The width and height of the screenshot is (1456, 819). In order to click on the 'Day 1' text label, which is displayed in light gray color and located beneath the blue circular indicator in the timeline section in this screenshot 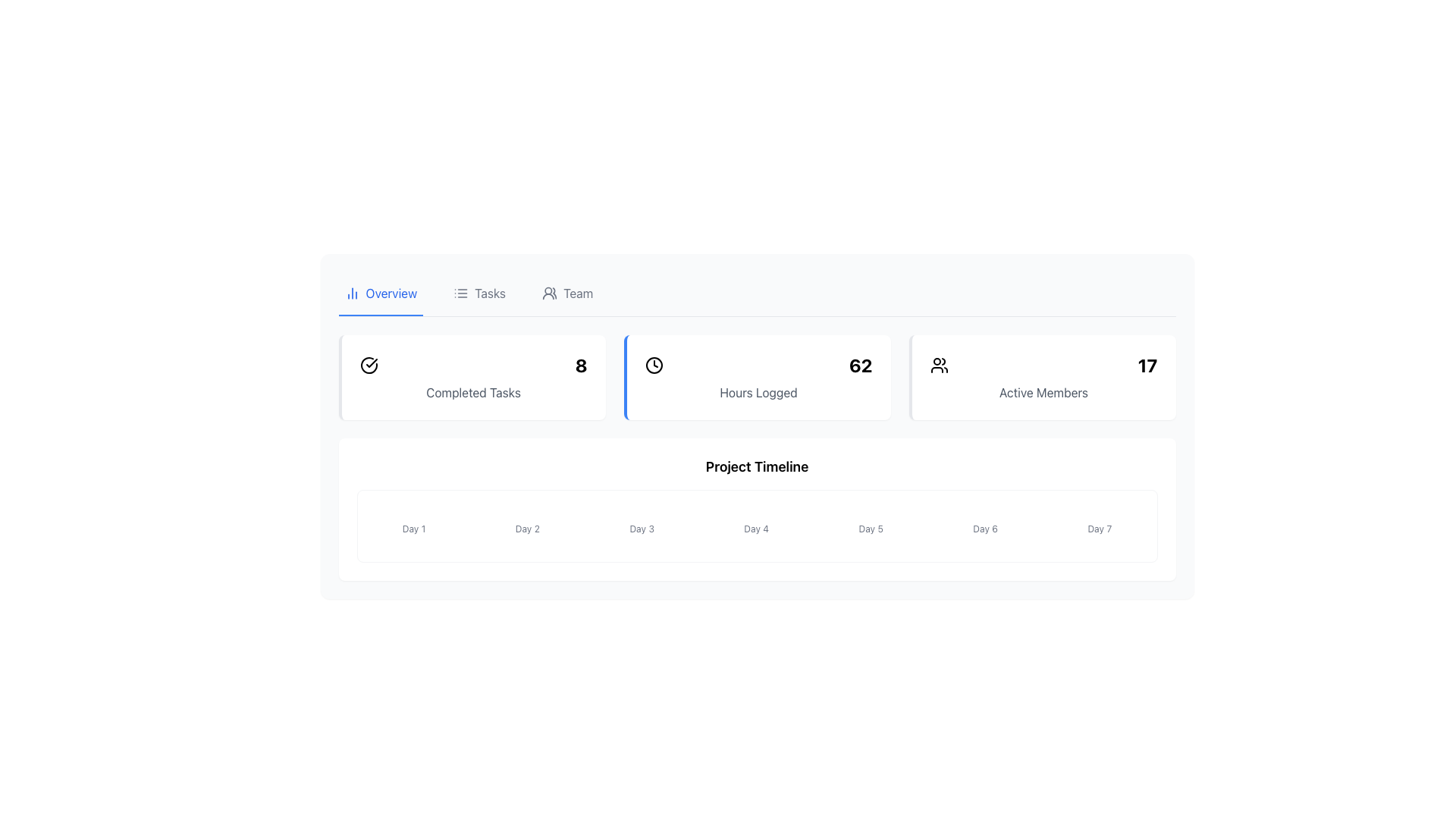, I will do `click(414, 529)`.